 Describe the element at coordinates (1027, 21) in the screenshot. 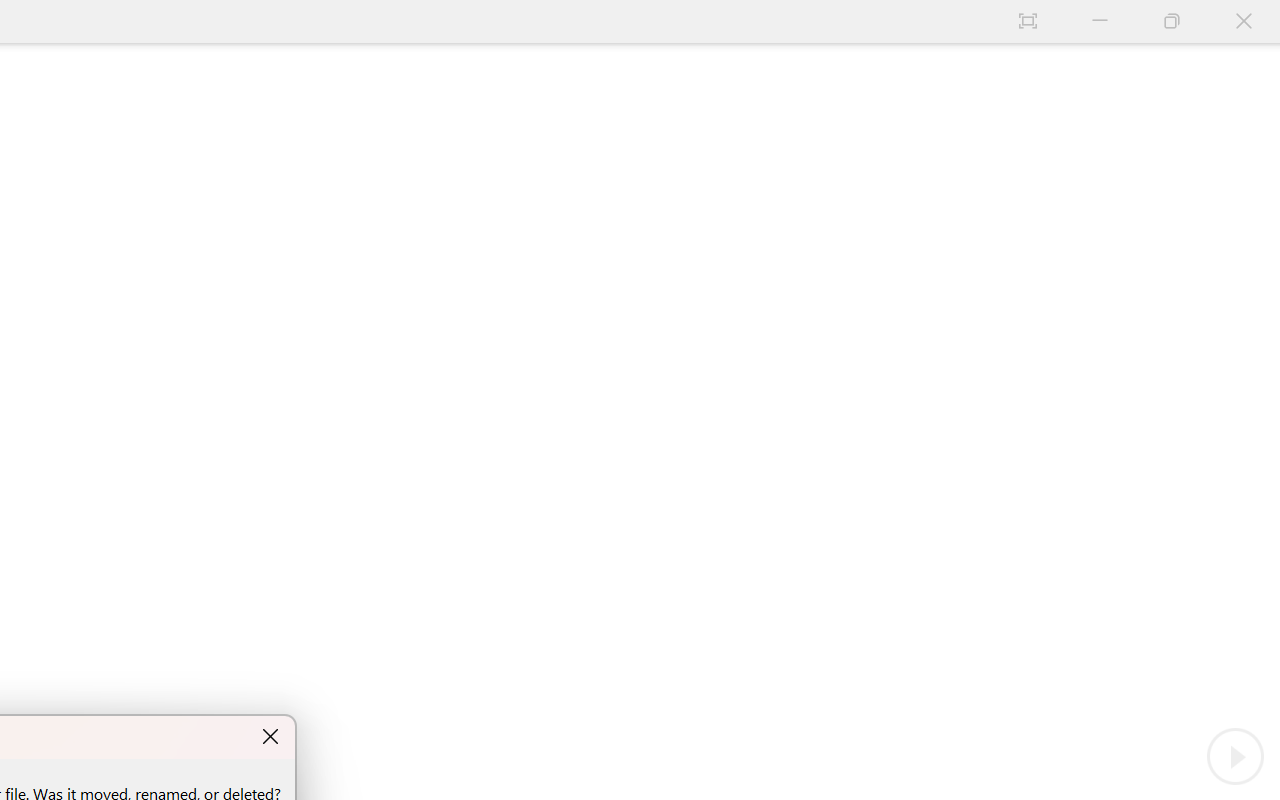

I see `'Auto-hide Reading Toolbar'` at that location.